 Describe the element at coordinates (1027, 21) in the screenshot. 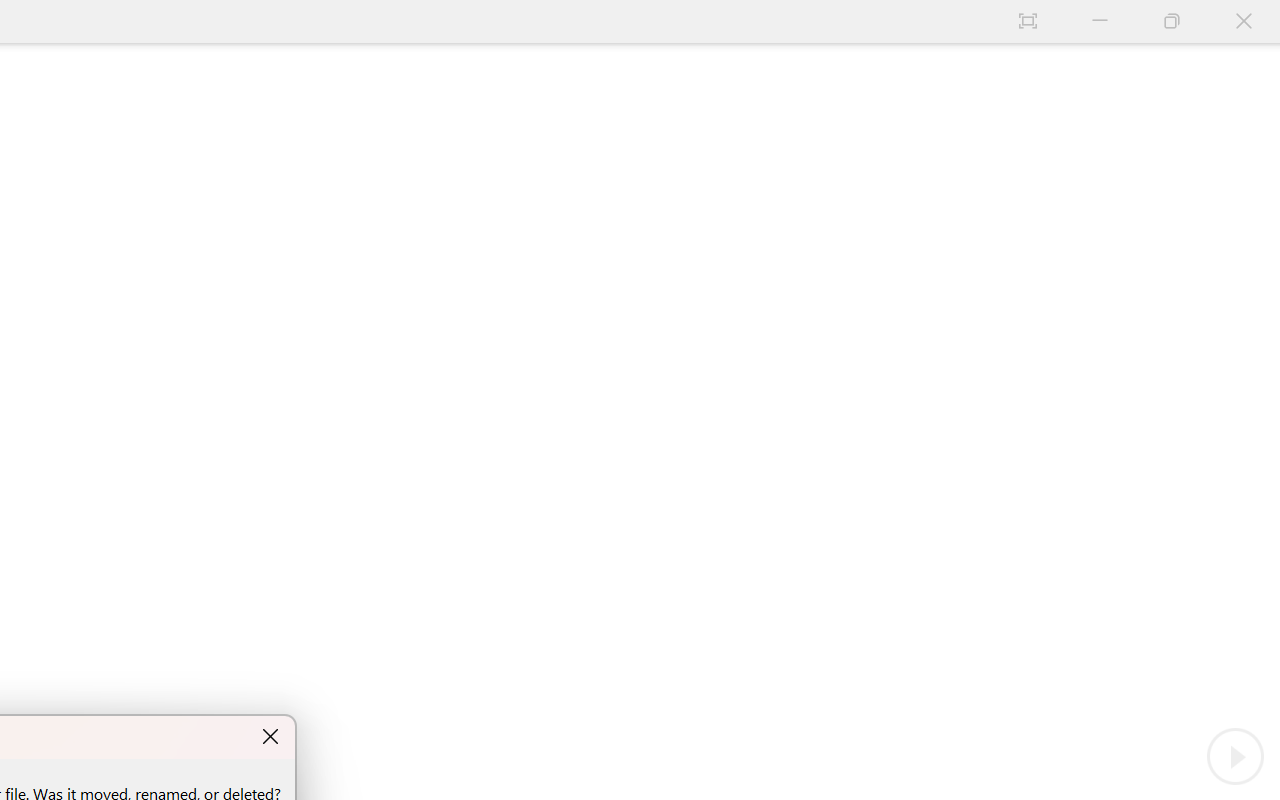

I see `'Auto-hide Reading Toolbar'` at that location.